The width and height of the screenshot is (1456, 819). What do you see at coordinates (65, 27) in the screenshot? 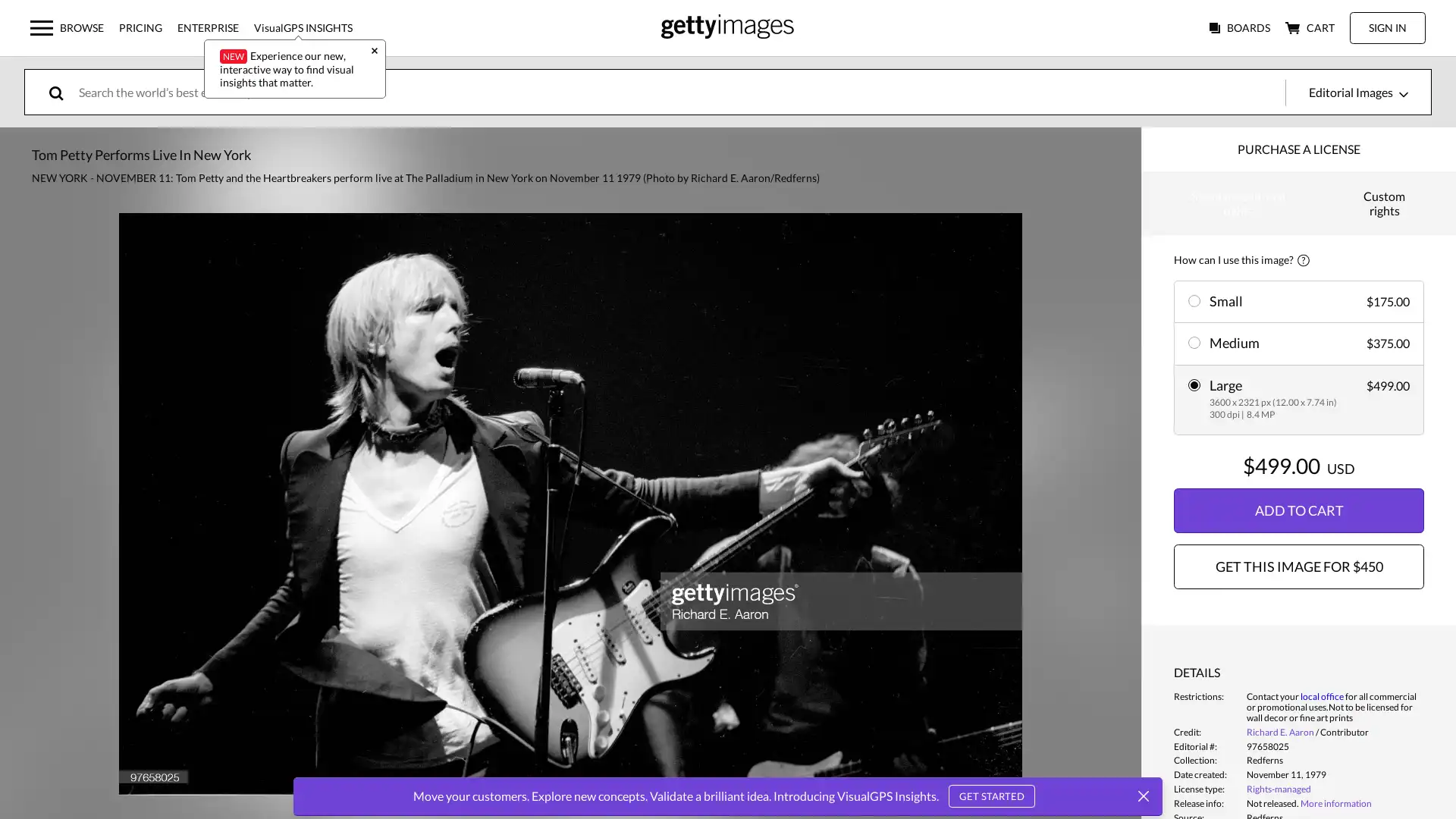
I see `BROWSE` at bounding box center [65, 27].